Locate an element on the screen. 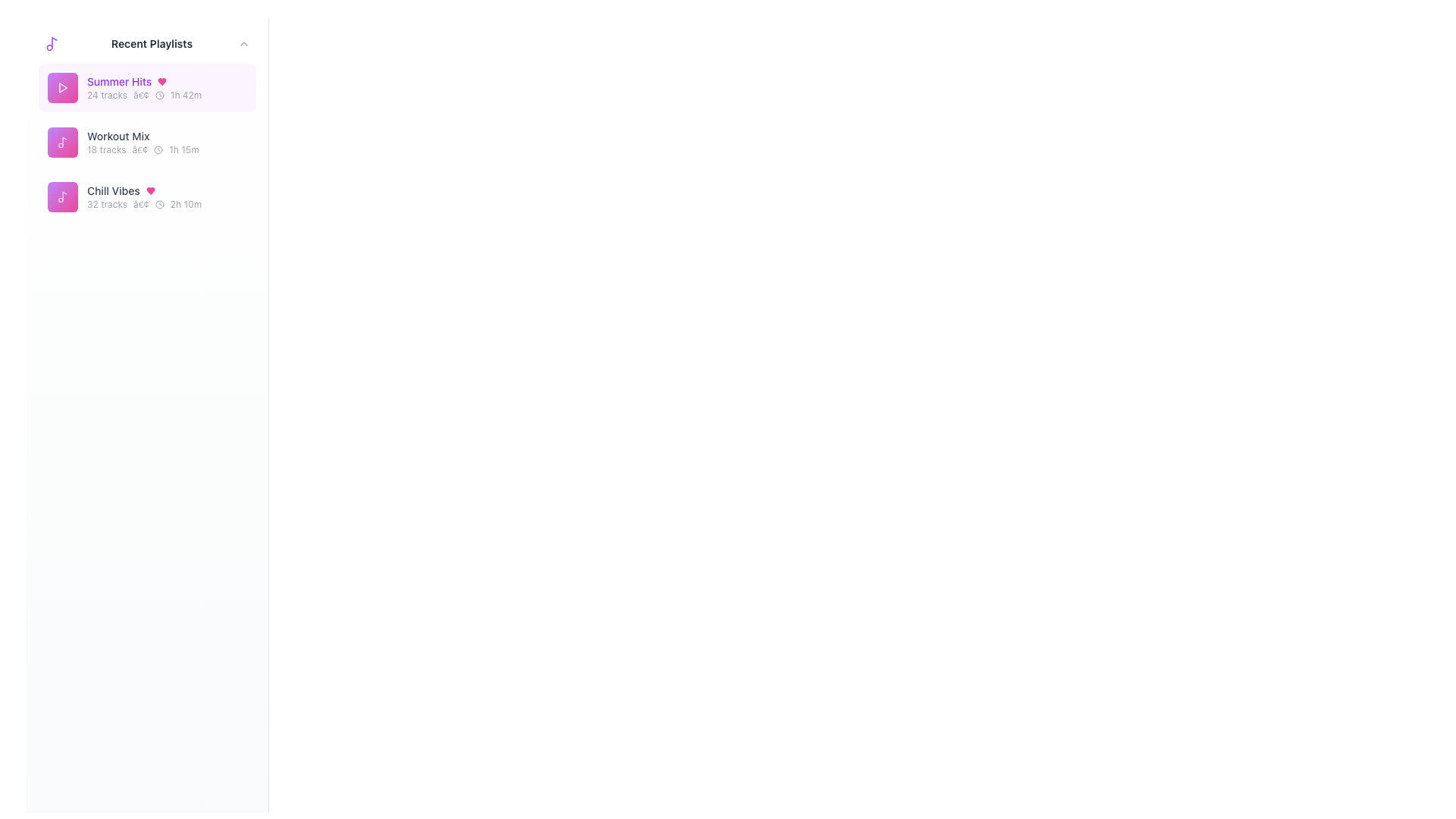 The image size is (1456, 819). properties of the duration text label displaying '1h 15m', which is styled in gray and located within the 'Workout Mix' playlist entry, to the right of the clock icon is located at coordinates (184, 149).